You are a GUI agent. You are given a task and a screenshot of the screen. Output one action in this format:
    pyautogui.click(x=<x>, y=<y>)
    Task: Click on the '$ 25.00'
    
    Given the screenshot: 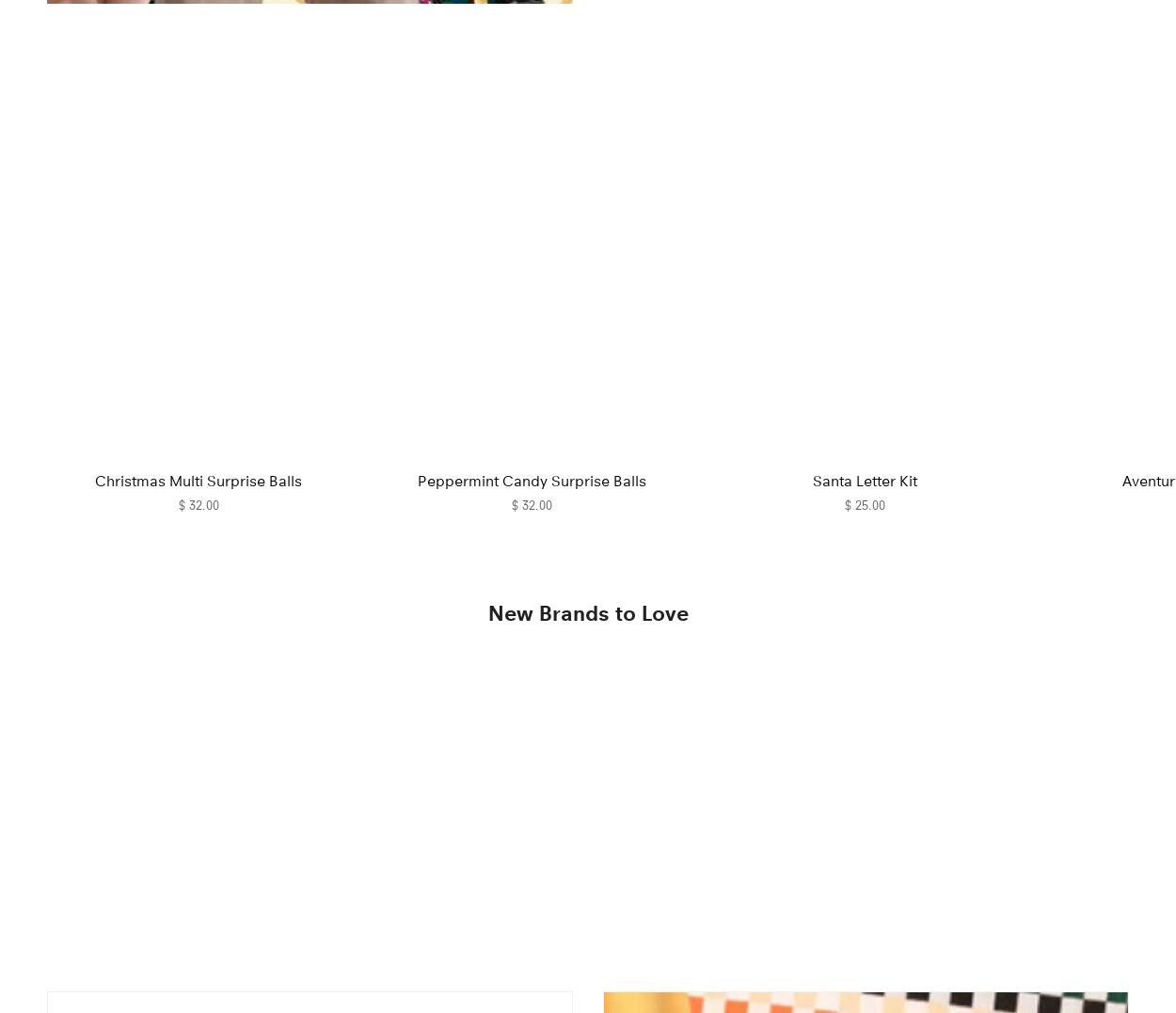 What is the action you would take?
    pyautogui.click(x=864, y=503)
    